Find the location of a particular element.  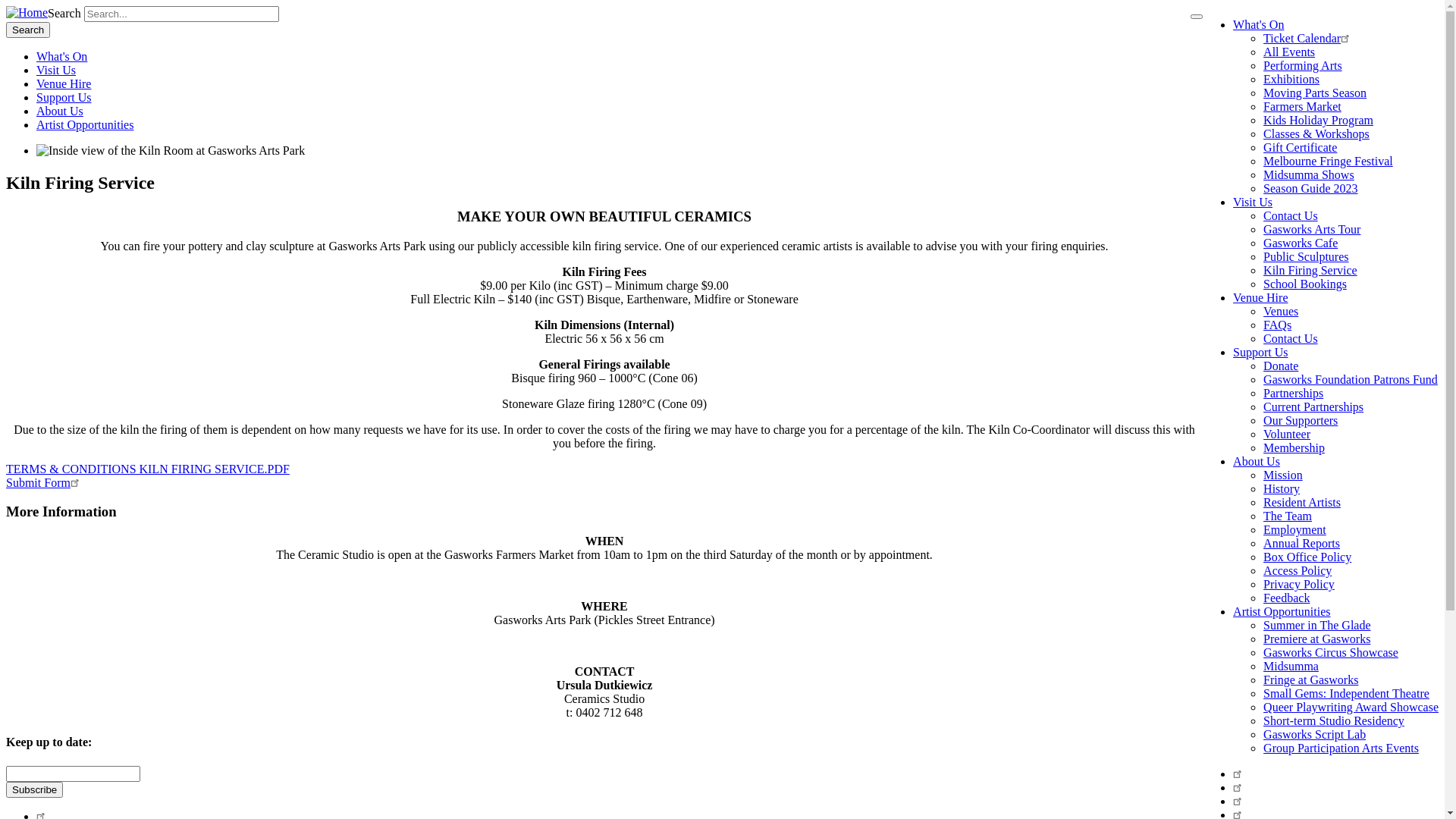

'Group Participation Arts Events' is located at coordinates (1263, 747).